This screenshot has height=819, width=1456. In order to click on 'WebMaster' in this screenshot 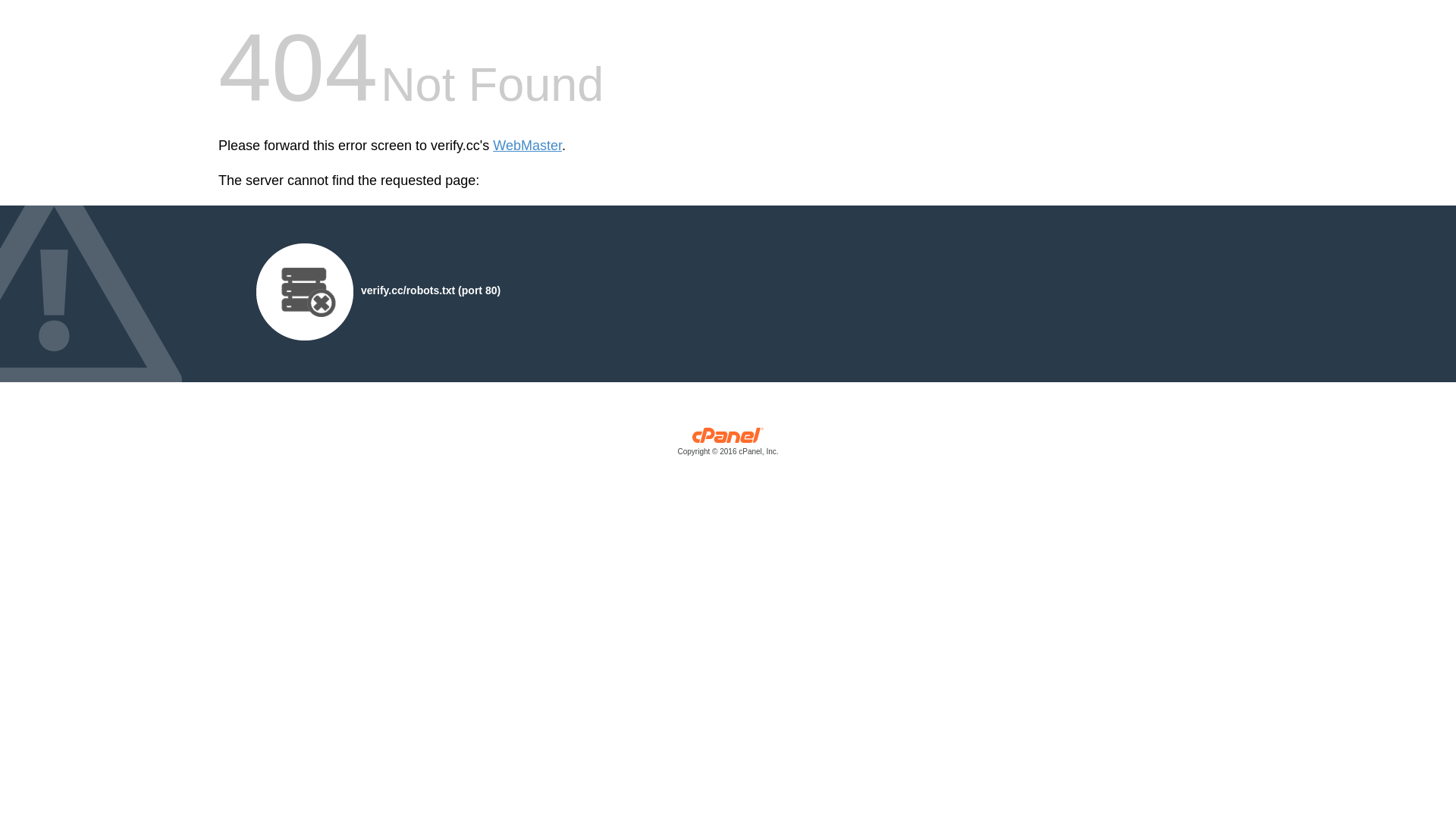, I will do `click(527, 146)`.